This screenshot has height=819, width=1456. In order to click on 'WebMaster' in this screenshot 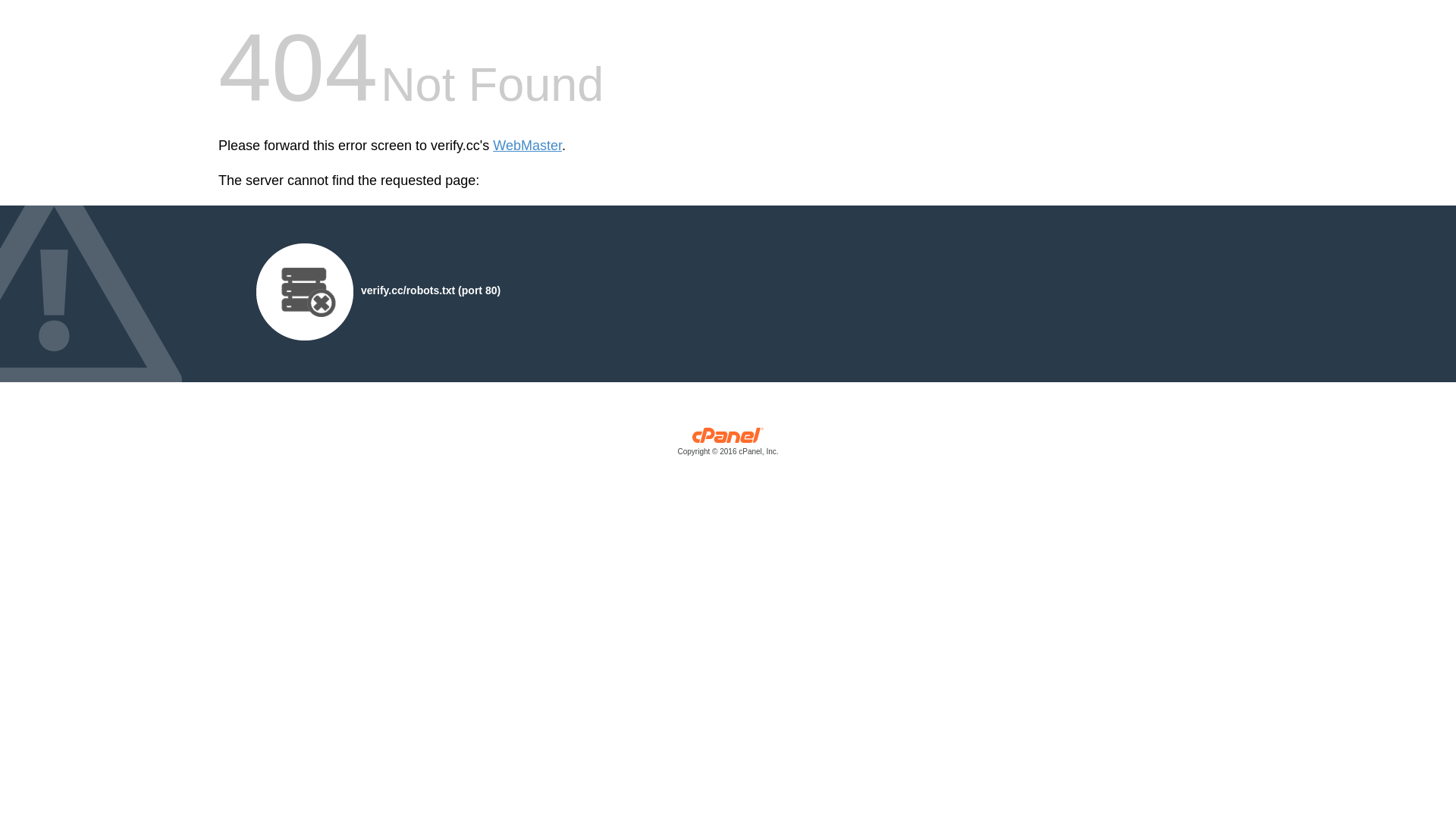, I will do `click(527, 146)`.